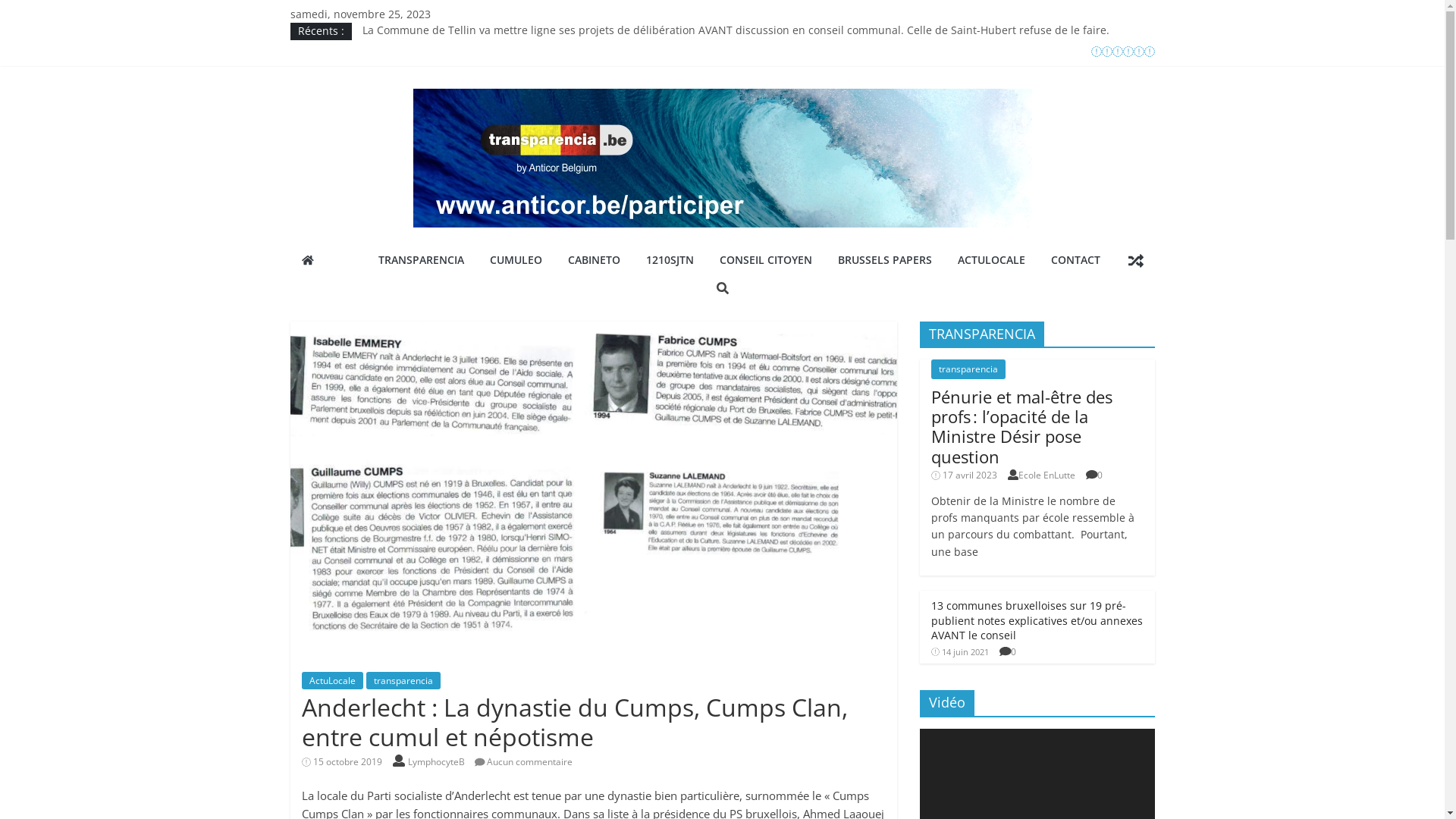 The width and height of the screenshot is (1456, 819). Describe the element at coordinates (1045, 474) in the screenshot. I see `'Ecole EnLutte'` at that location.